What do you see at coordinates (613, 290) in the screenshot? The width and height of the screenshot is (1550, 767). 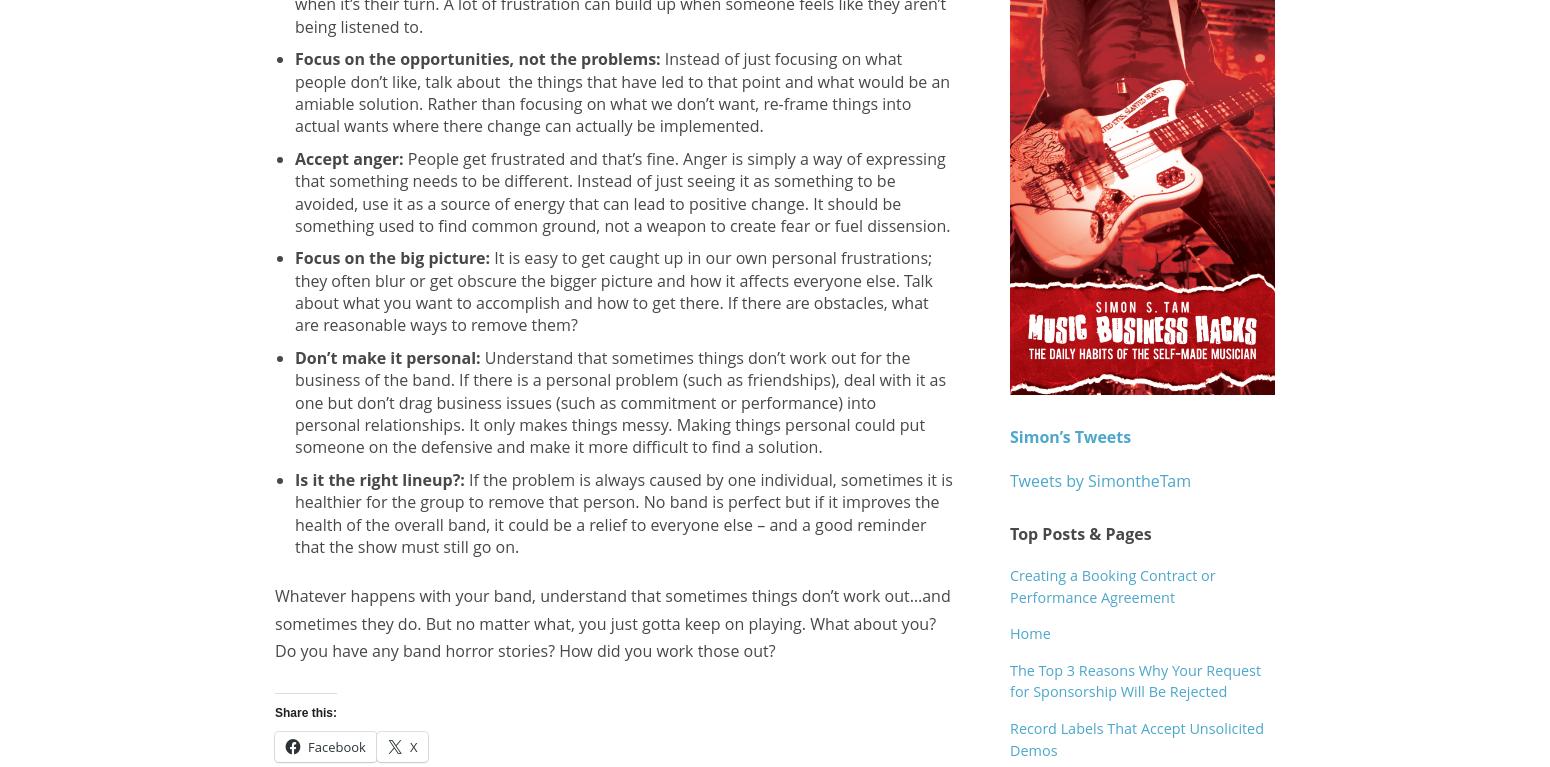 I see `'It is easy to get caught up in our own personal frustrations; they often blur or get obscure the bigger picture and how it affects everyone else. Talk about what you want to accomplish and how to get there. If there are obstacles, what are reasonable ways to remove them?'` at bounding box center [613, 290].